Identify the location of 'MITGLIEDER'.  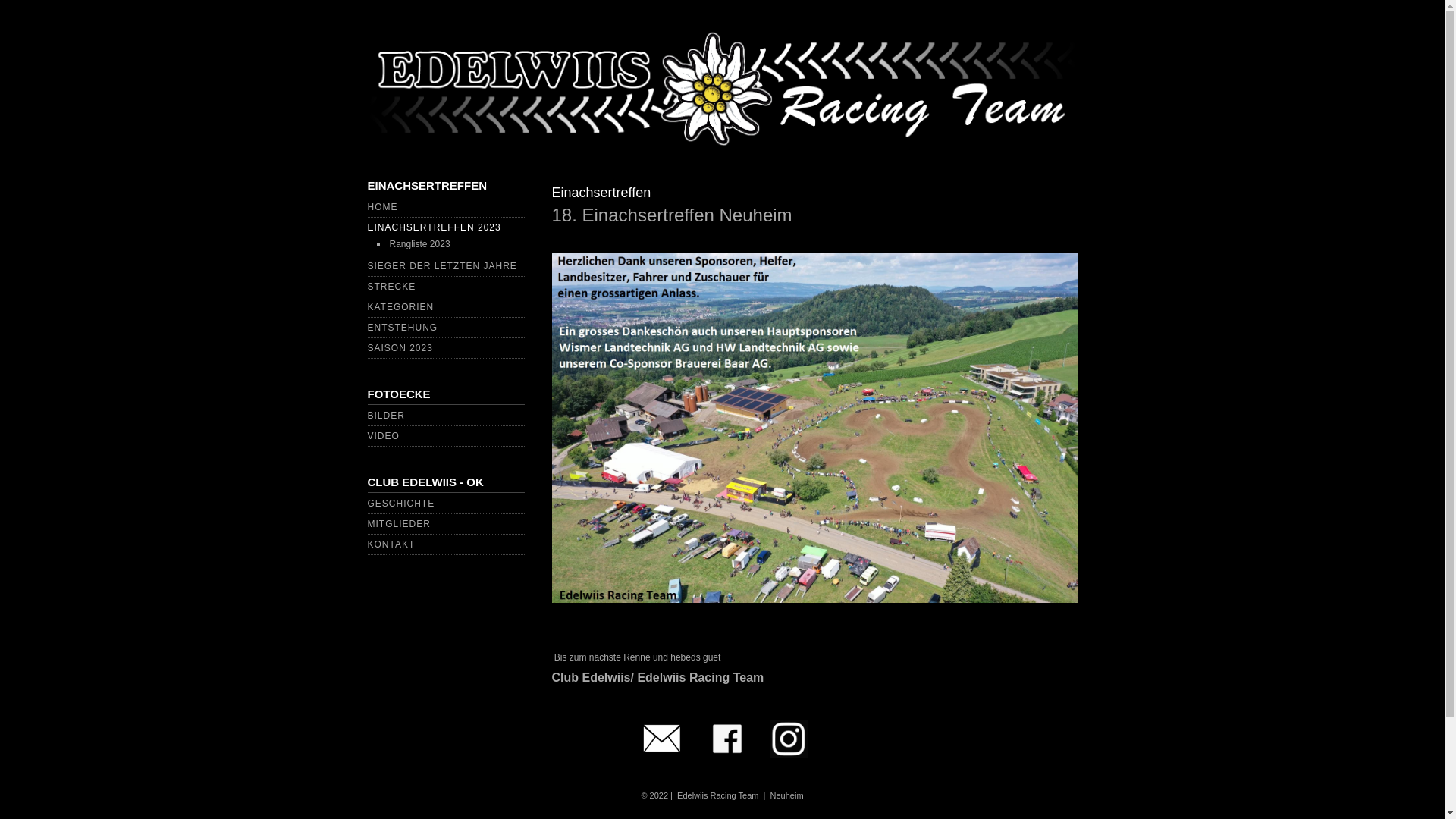
(398, 522).